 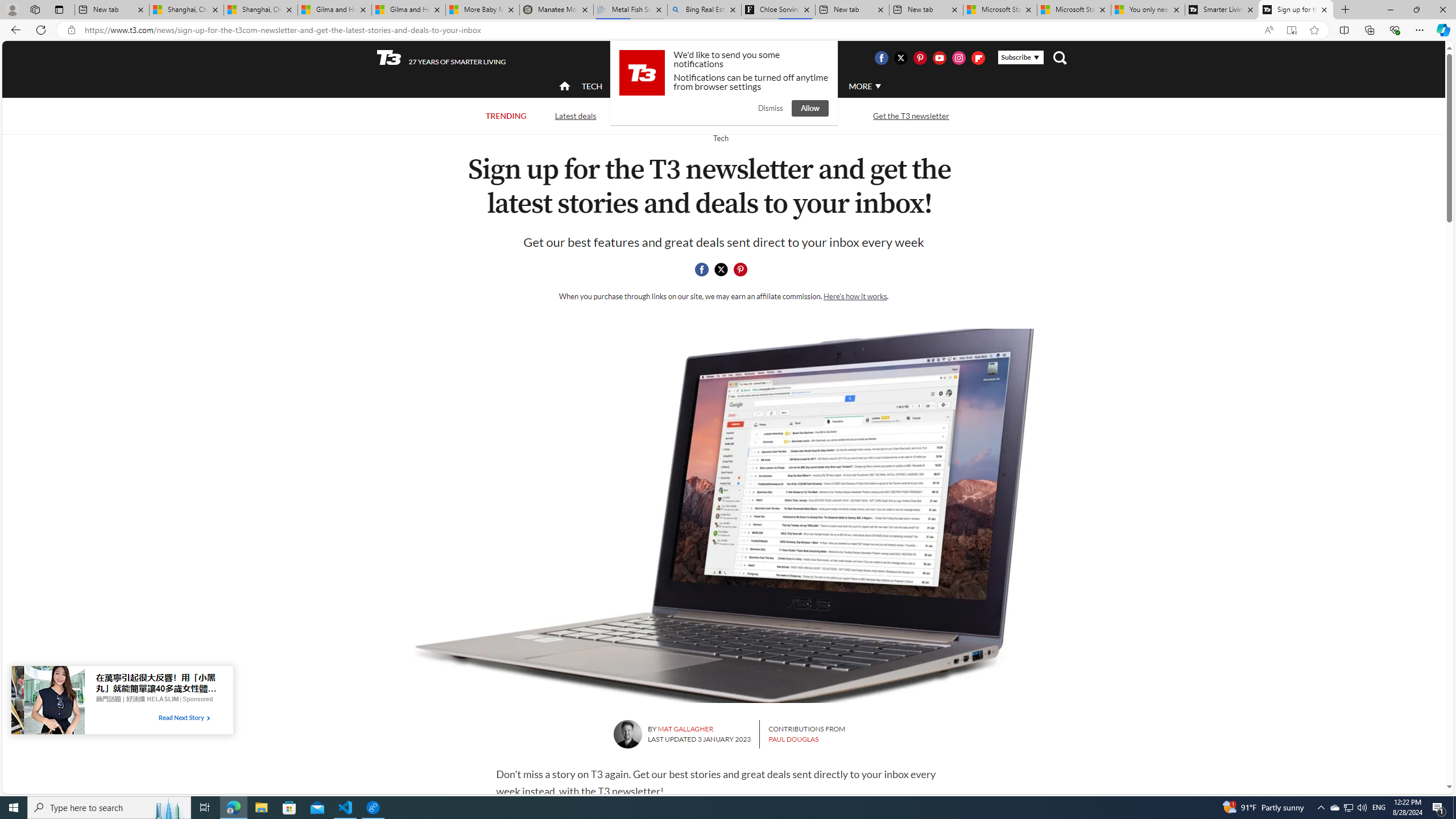 What do you see at coordinates (770, 107) in the screenshot?
I see `'Dismiss'` at bounding box center [770, 107].